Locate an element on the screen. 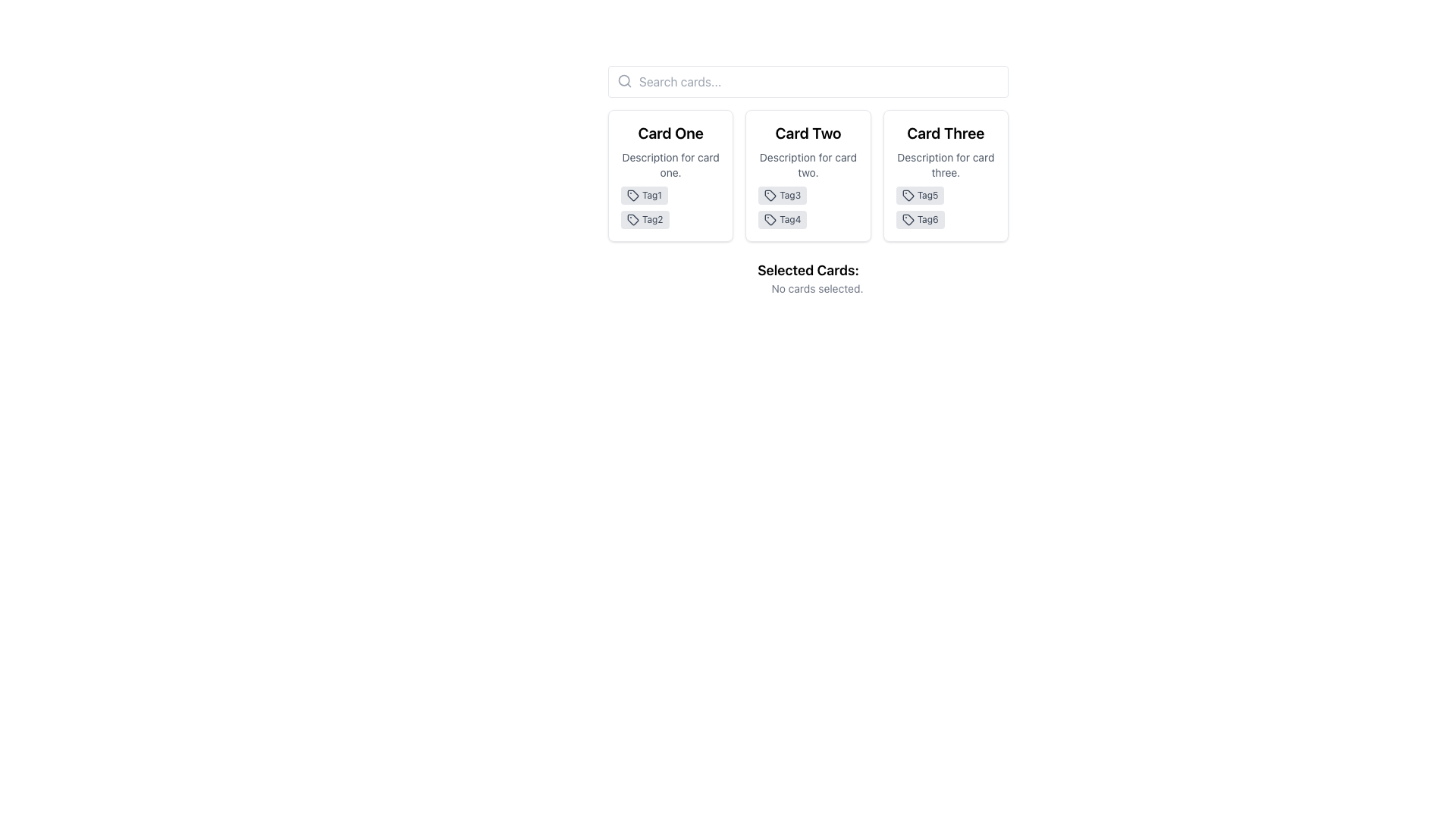  the tag icon next to the 'Tag5' label located within the third card labeled 'Card Three' is located at coordinates (908, 195).